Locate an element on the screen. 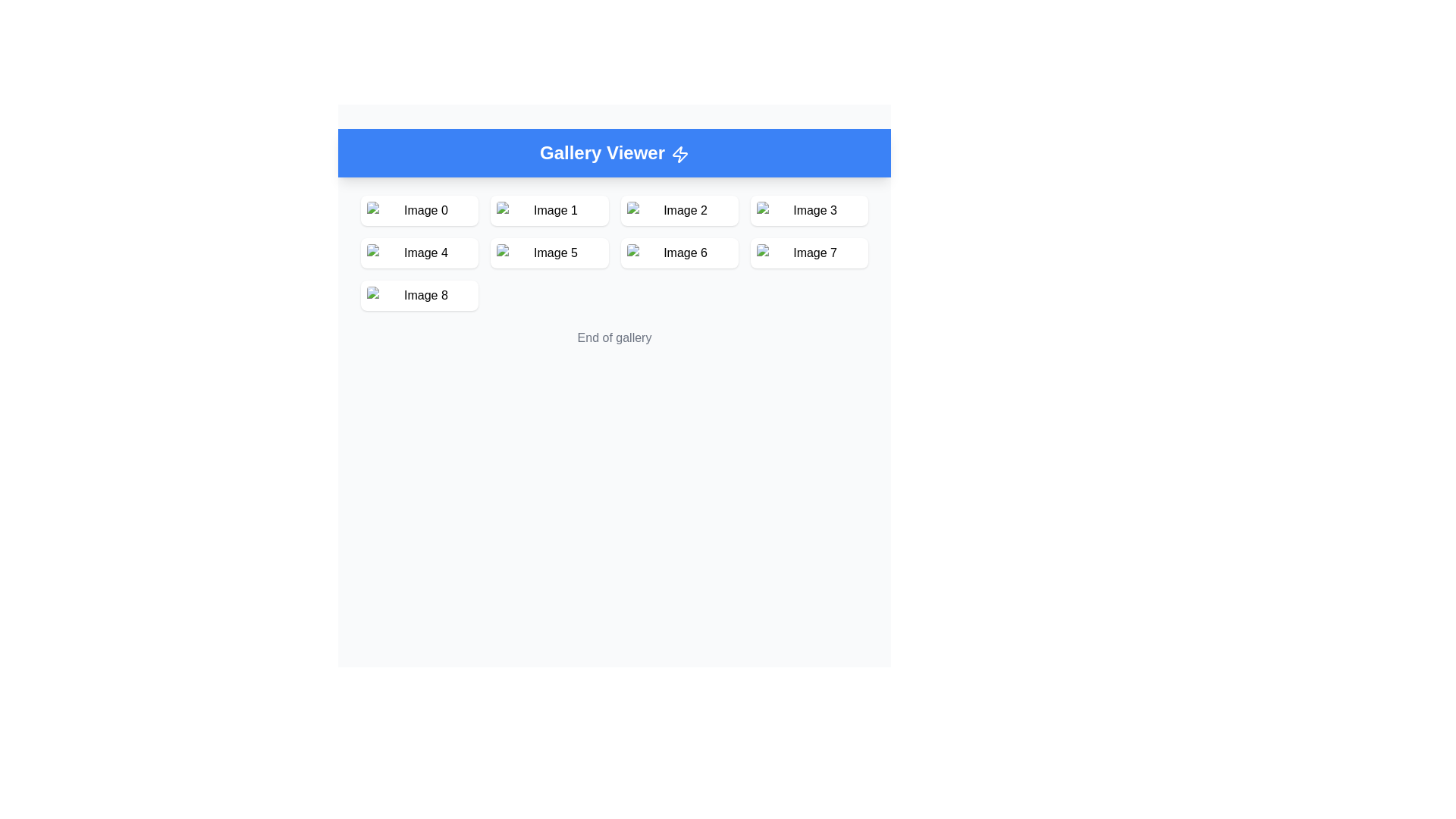  small placeholder image with alternative text 'Image 1' located in the first row and second column of the grid layout for details is located at coordinates (548, 210).